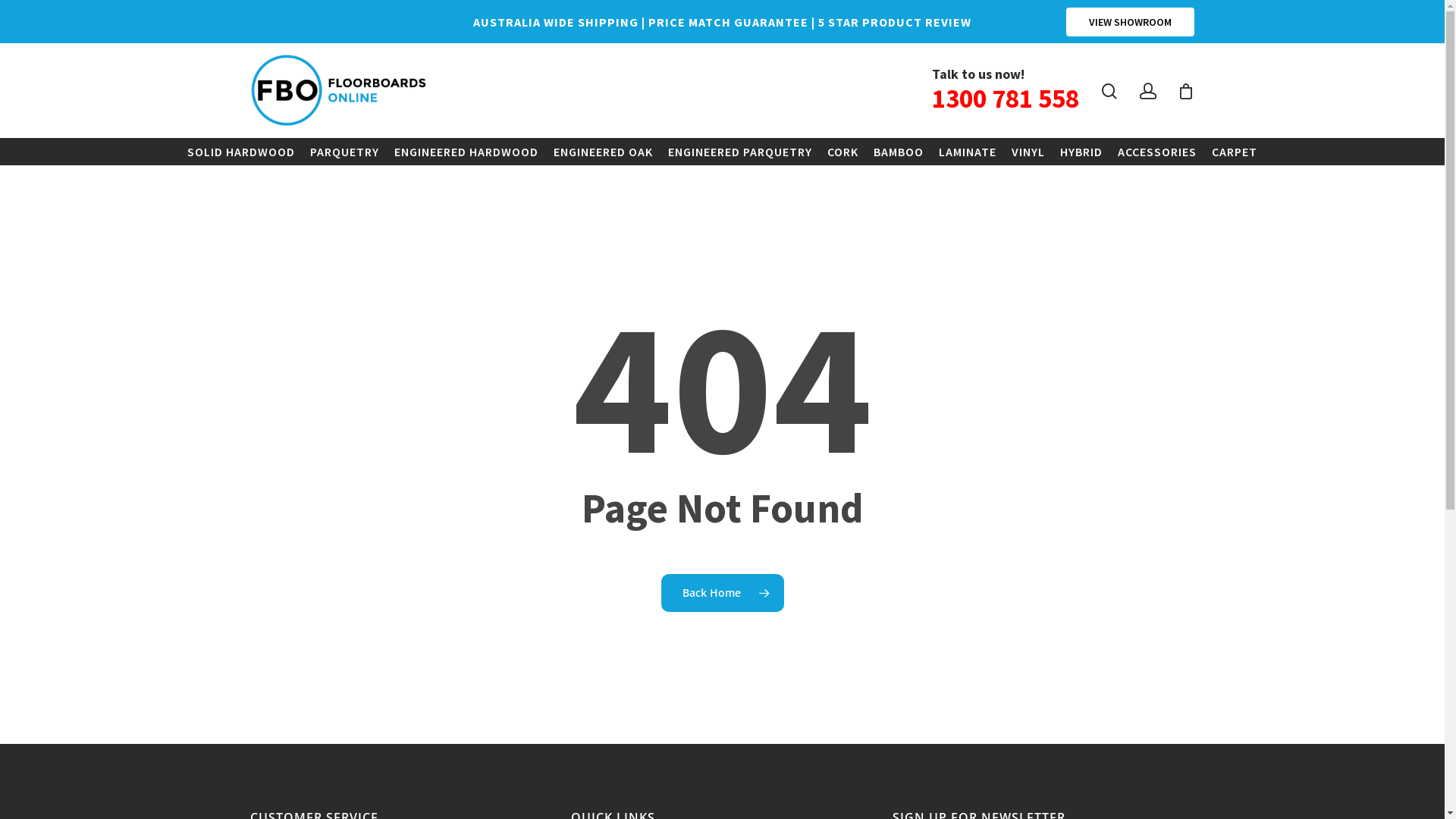 This screenshot has height=819, width=1456. Describe the element at coordinates (1130, 22) in the screenshot. I see `'VIEW SHOWROOM'` at that location.